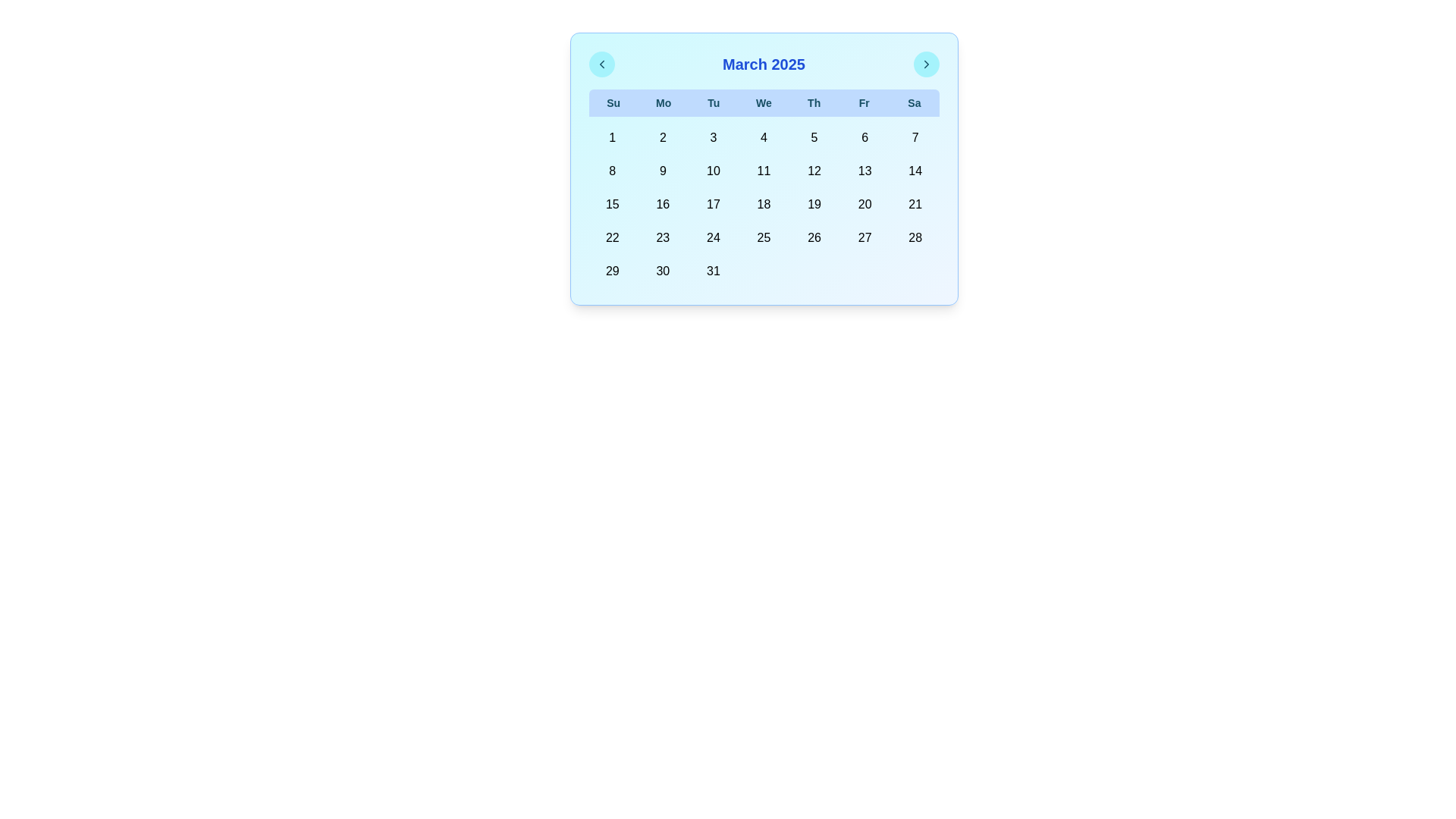 Image resolution: width=1456 pixels, height=819 pixels. What do you see at coordinates (764, 137) in the screenshot?
I see `the button labeled '4' in the calendar grid, located in the first row and fourth column under 'We'` at bounding box center [764, 137].